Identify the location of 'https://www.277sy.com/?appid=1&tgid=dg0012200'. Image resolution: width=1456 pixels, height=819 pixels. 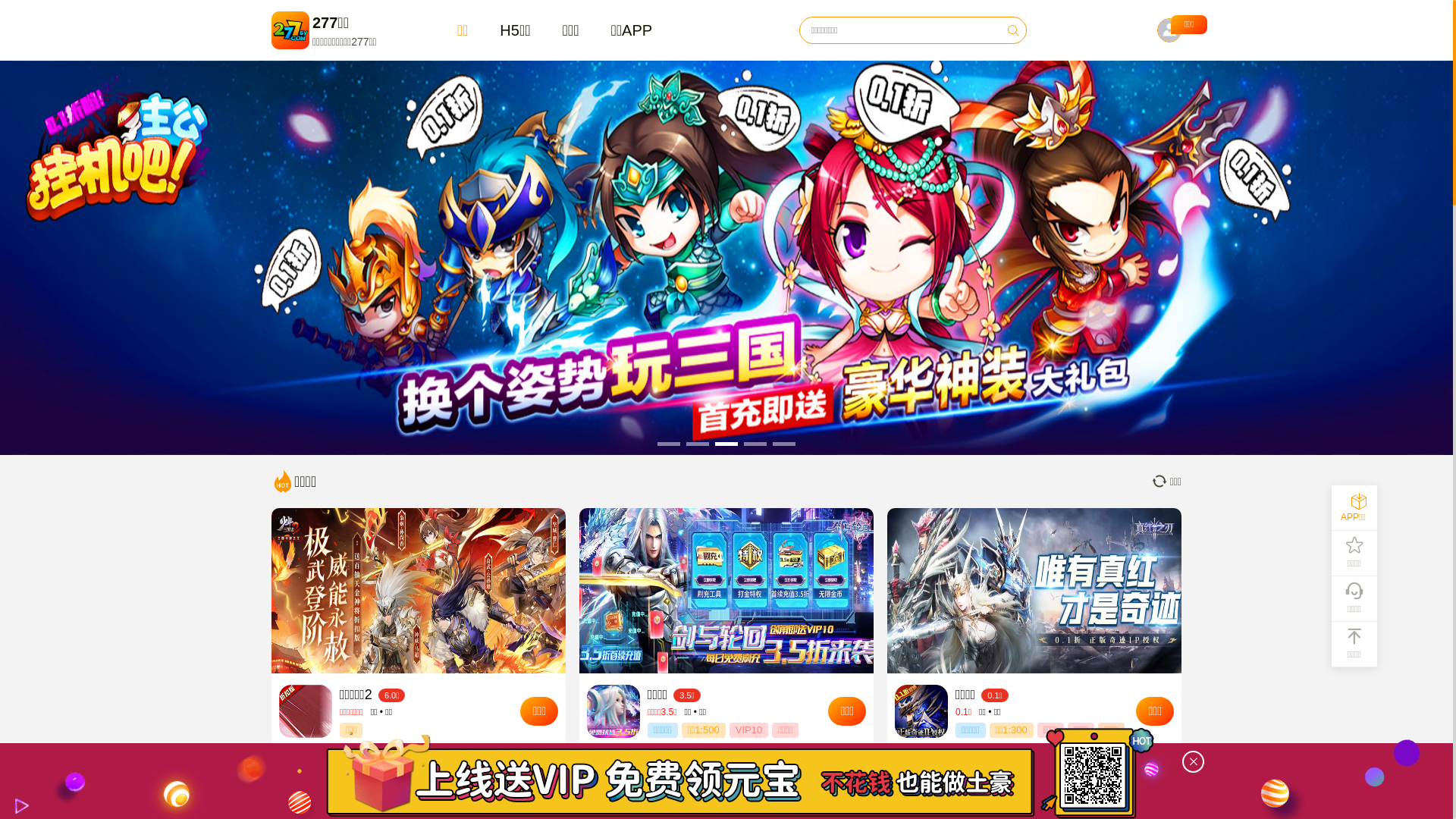
(1063, 775).